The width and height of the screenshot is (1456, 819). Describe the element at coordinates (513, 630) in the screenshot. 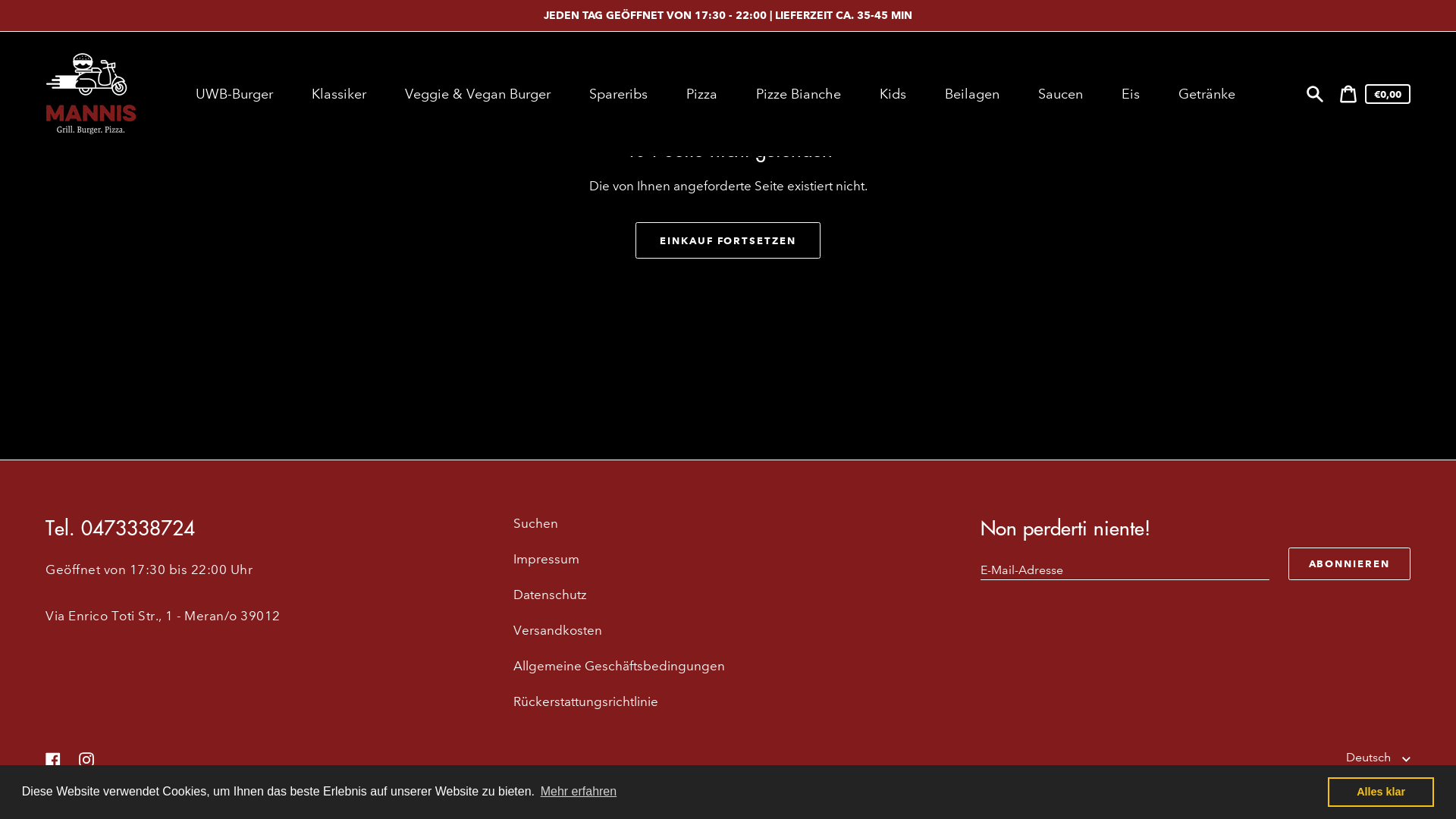

I see `'Versandkosten'` at that location.